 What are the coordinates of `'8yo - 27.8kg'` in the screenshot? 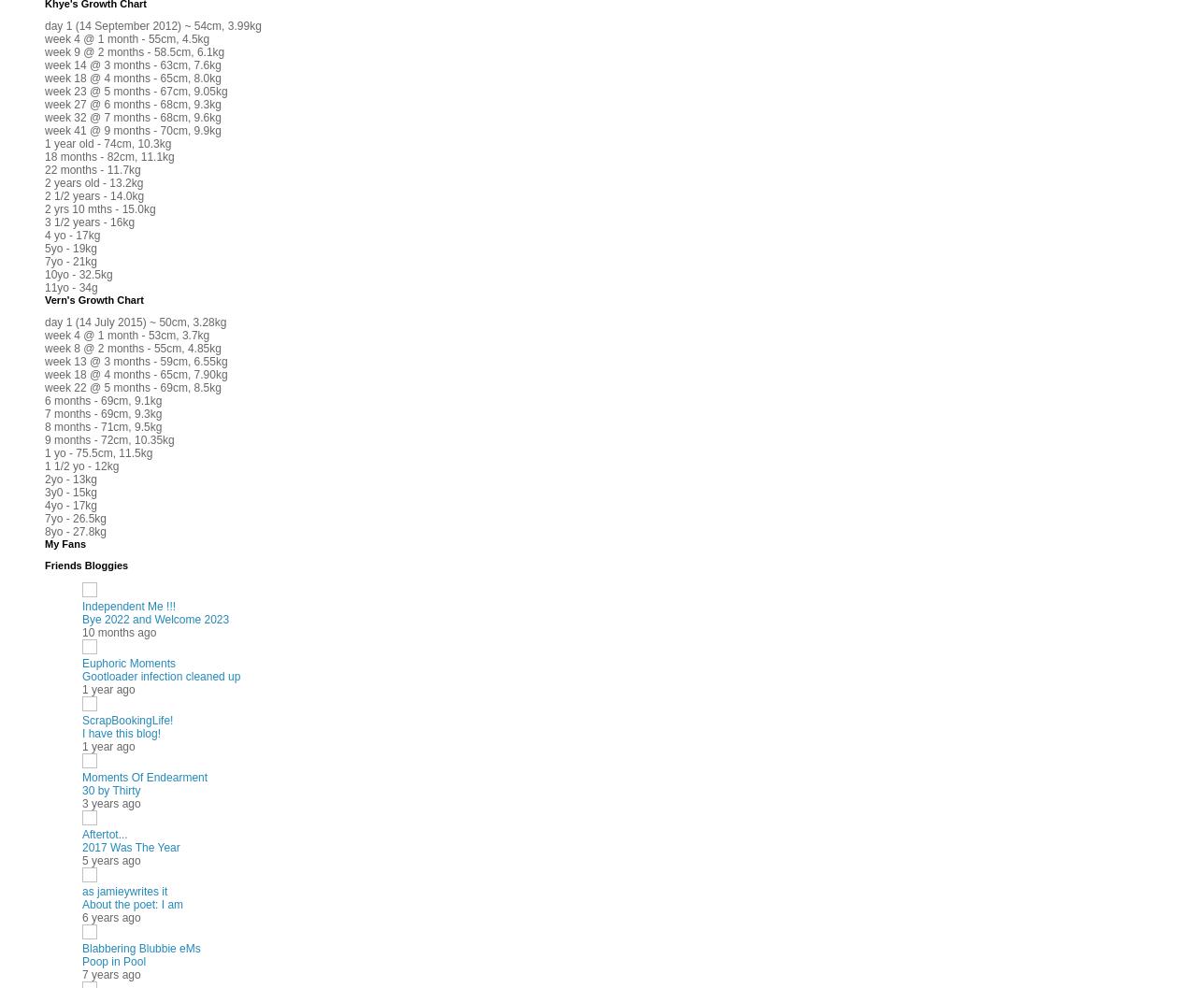 It's located at (75, 530).